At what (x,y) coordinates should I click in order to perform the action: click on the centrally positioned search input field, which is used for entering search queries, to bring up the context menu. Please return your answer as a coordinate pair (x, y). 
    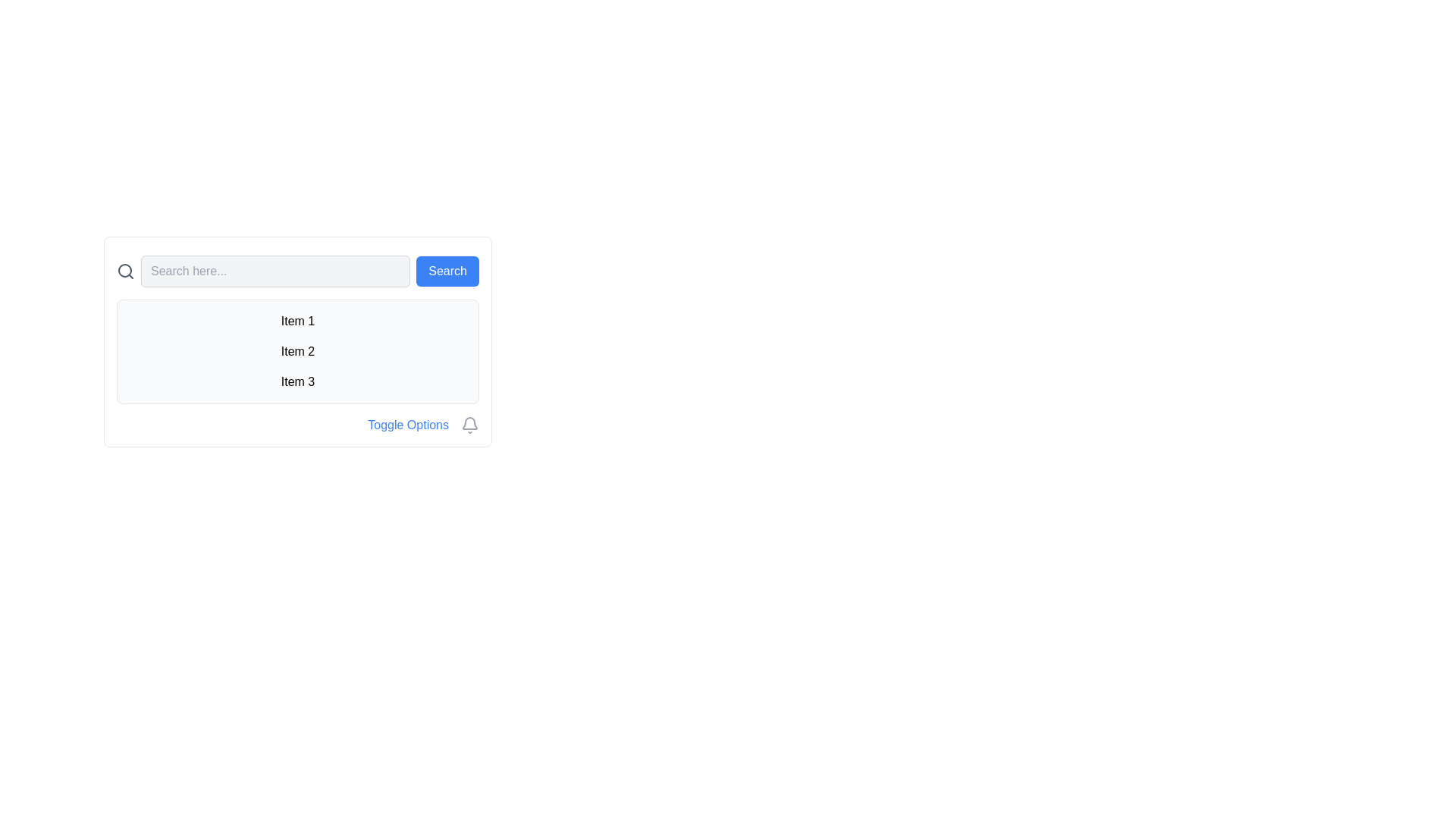
    Looking at the image, I should click on (275, 271).